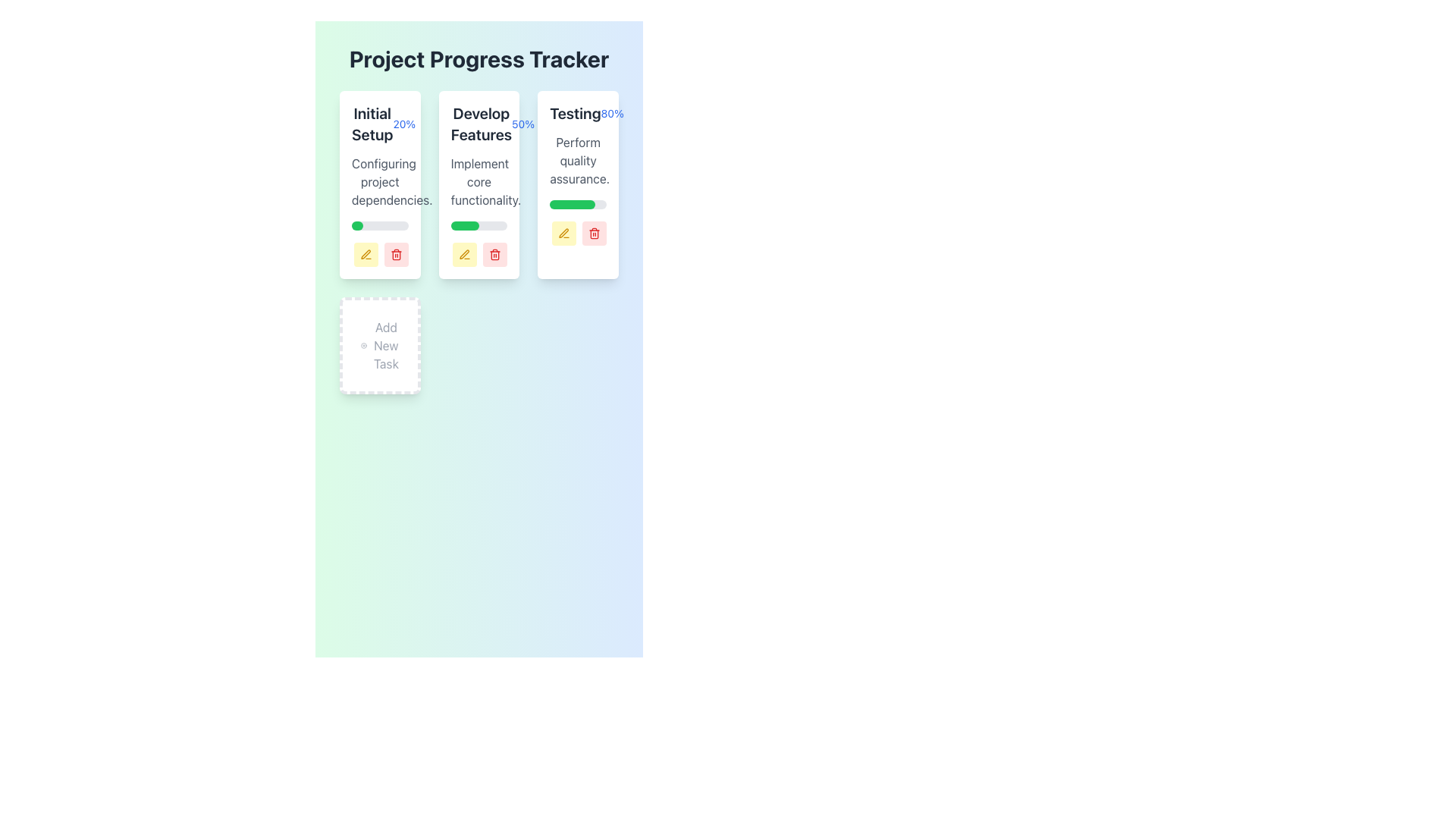 The height and width of the screenshot is (819, 1456). I want to click on the text label displaying the task name 'Testing' and its progress percentage '80%' located at the top-right card of the grid, so click(577, 113).